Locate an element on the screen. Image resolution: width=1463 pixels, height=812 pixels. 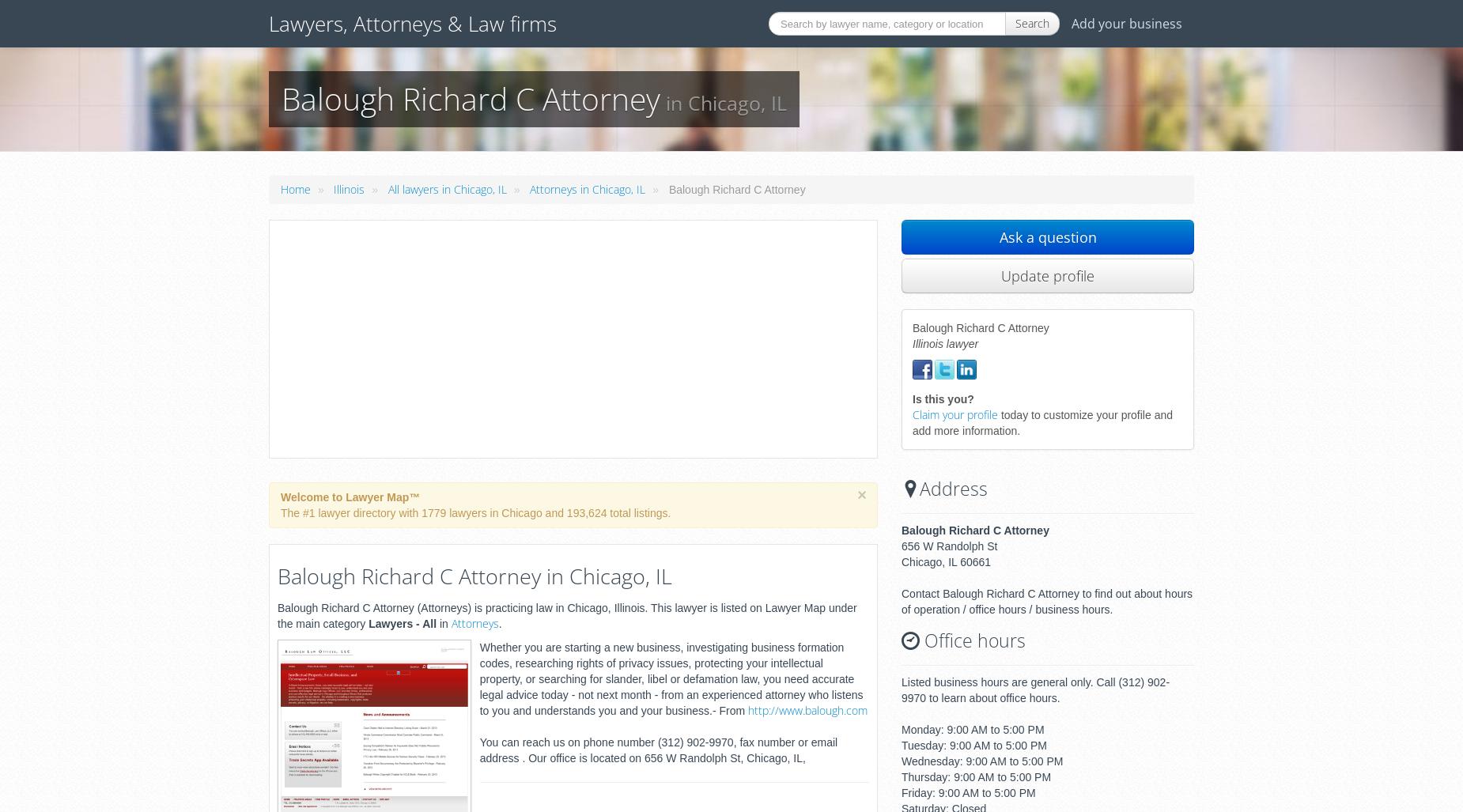
'Balough Richard C Attorney (Attorneys) is practicing law in Chicago, Illinois. 			     This lawyer is listed on Lawyer Map under the main category' is located at coordinates (567, 614).